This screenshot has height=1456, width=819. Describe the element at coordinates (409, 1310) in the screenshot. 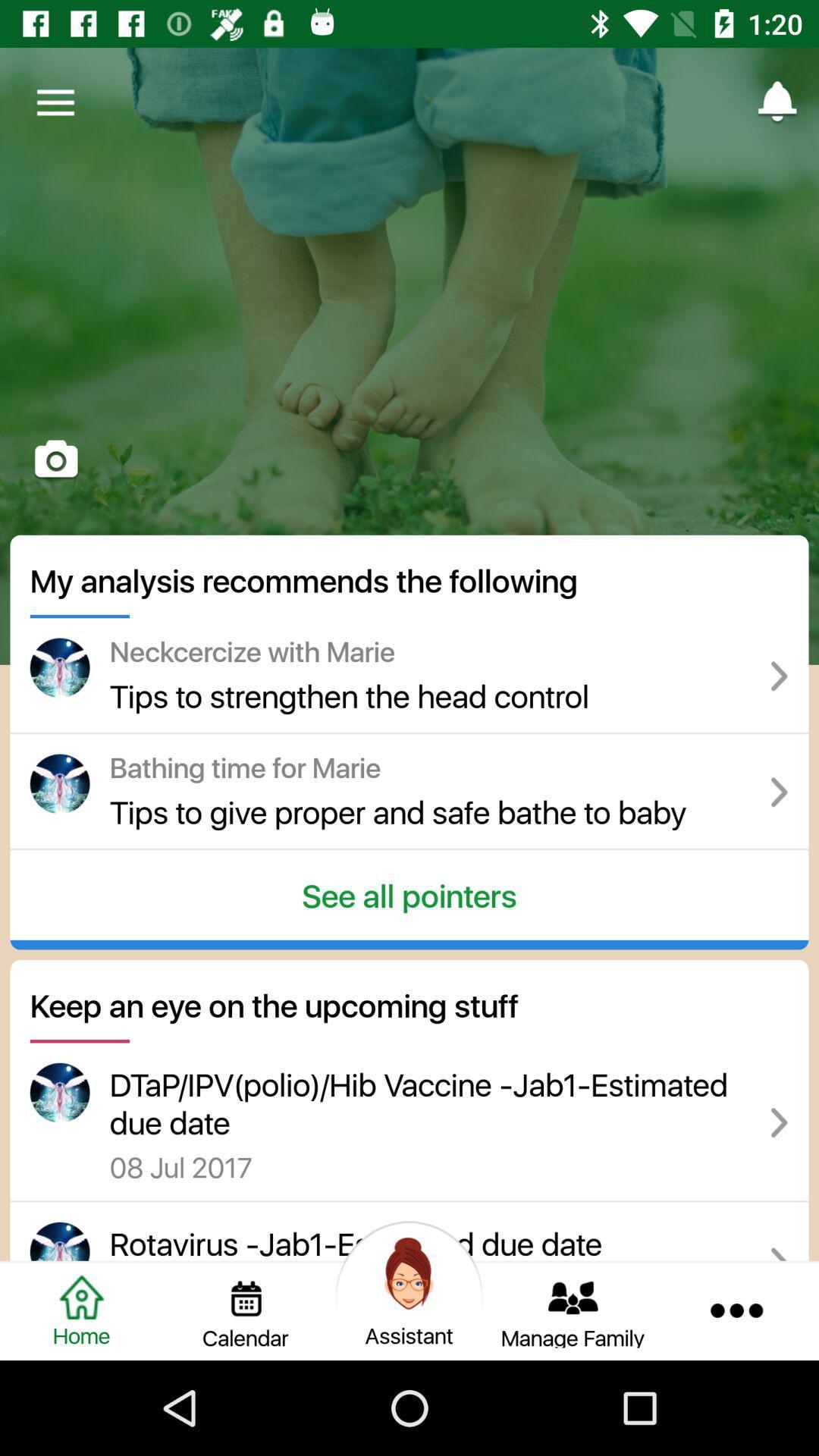

I see `open the assistant` at that location.